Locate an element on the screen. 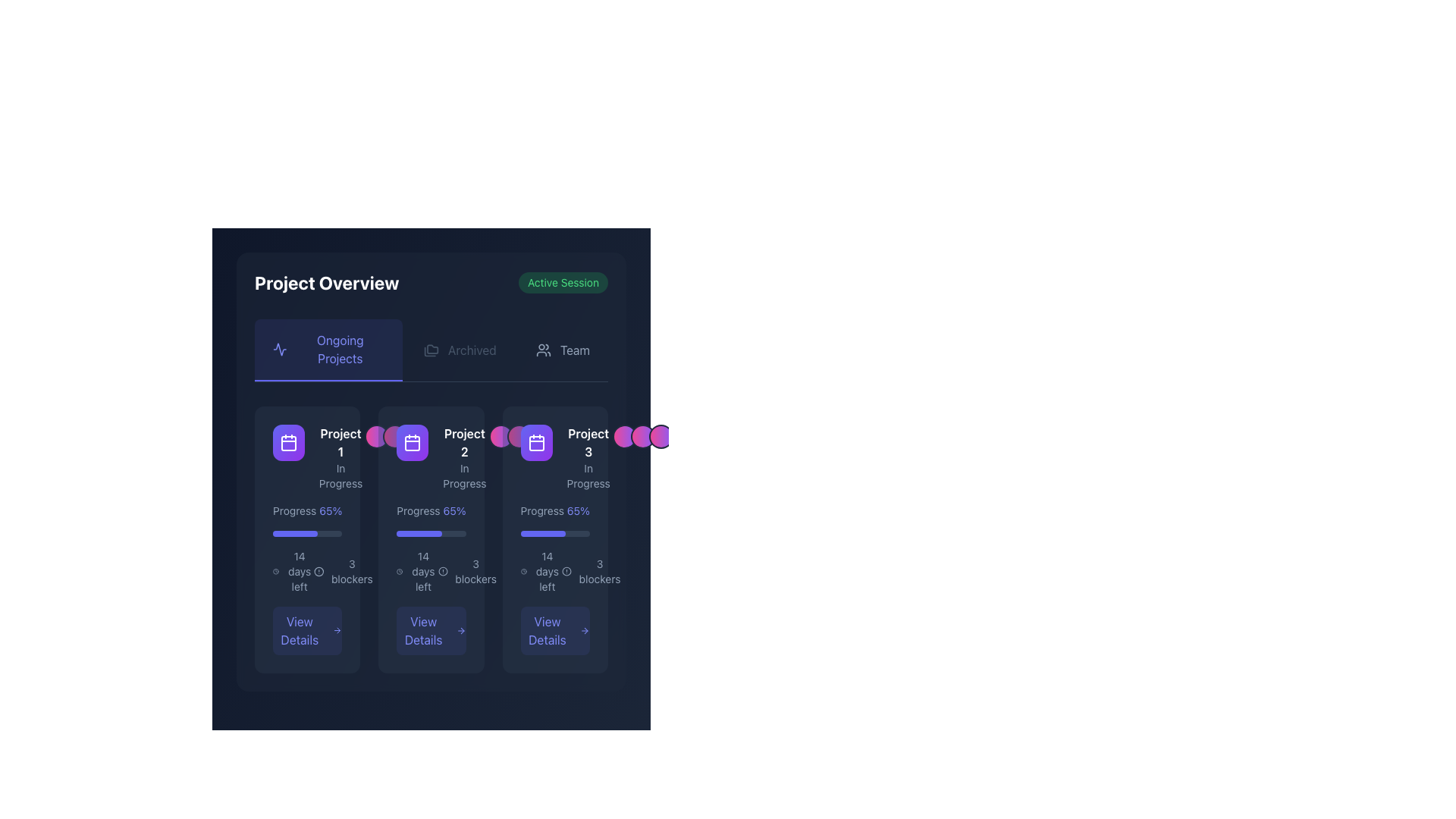 The image size is (1456, 819). the text field displaying the number of blockers for 'Project 1', located to the right of '14 days left' is located at coordinates (351, 571).